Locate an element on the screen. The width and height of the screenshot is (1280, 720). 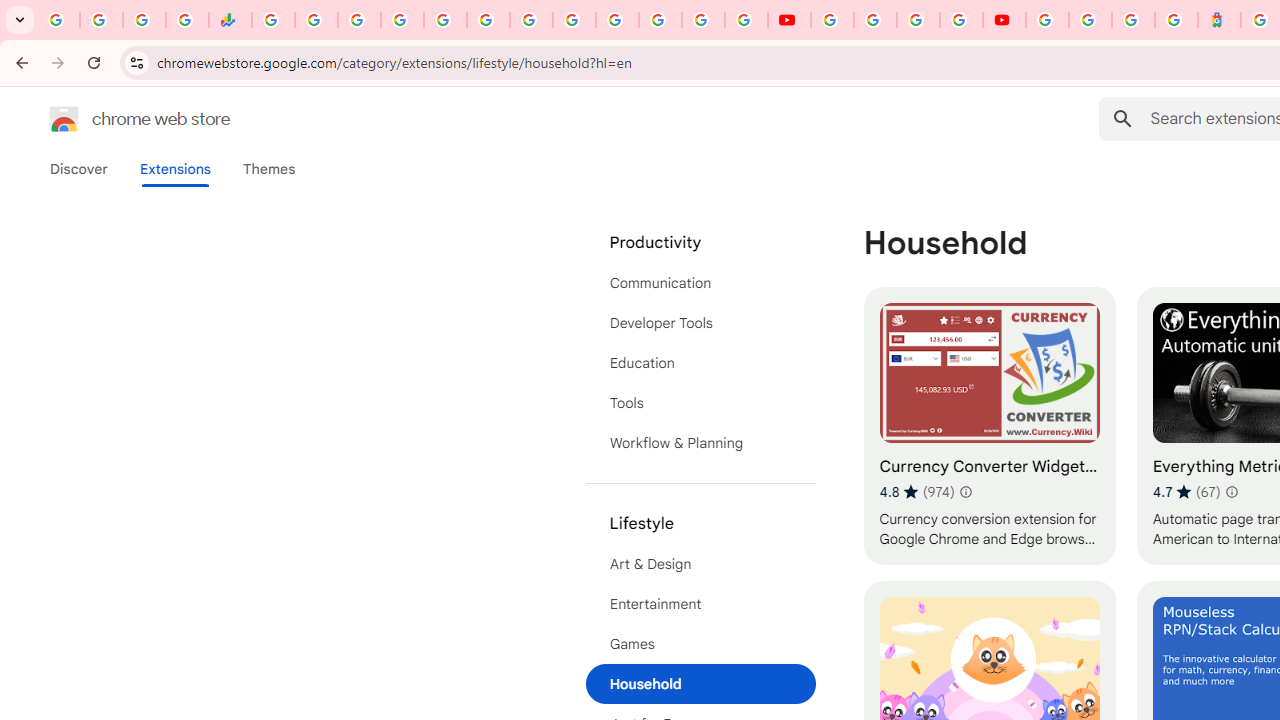
'Education' is located at coordinates (700, 362).